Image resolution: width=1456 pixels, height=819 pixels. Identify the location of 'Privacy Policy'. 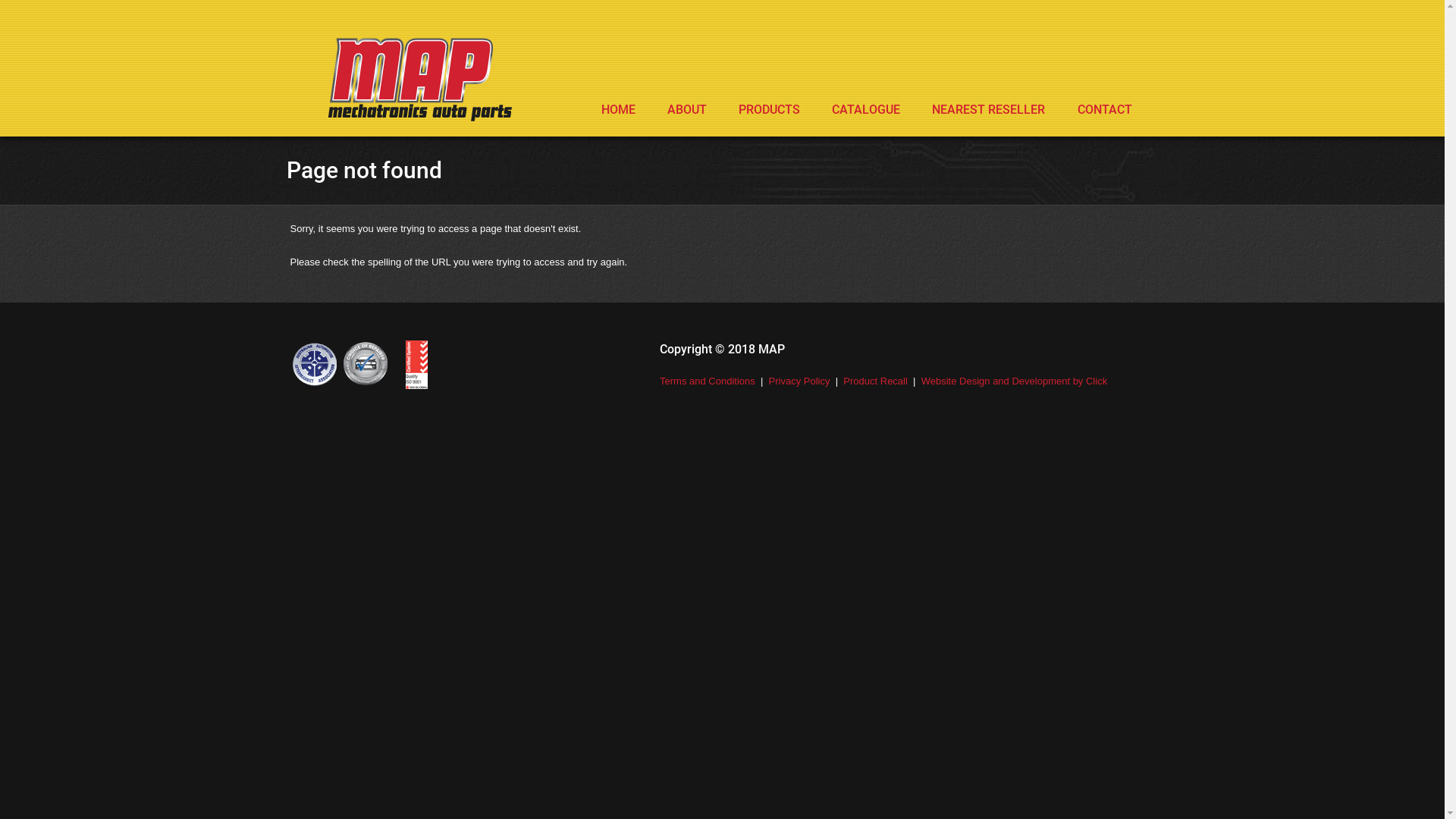
(799, 380).